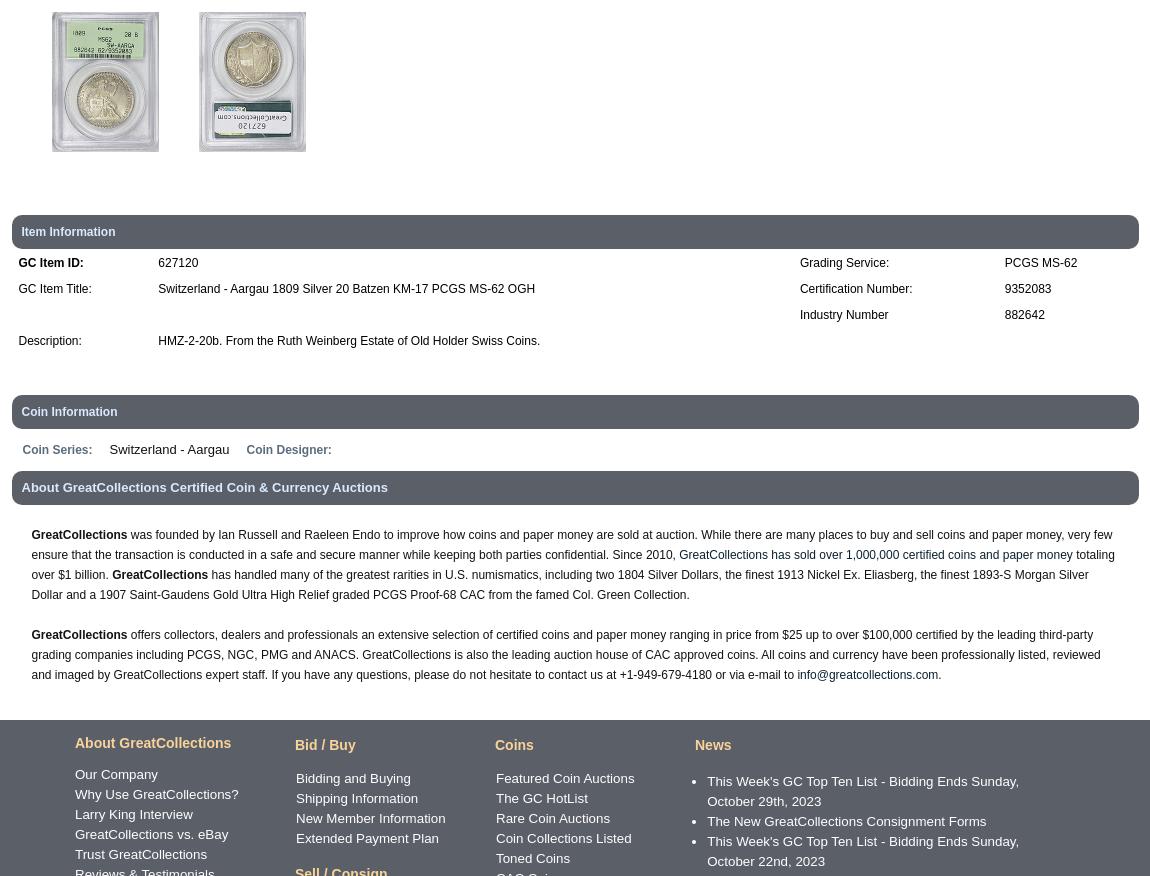 The image size is (1150, 876). I want to click on 'Coin Series:', so click(56, 449).